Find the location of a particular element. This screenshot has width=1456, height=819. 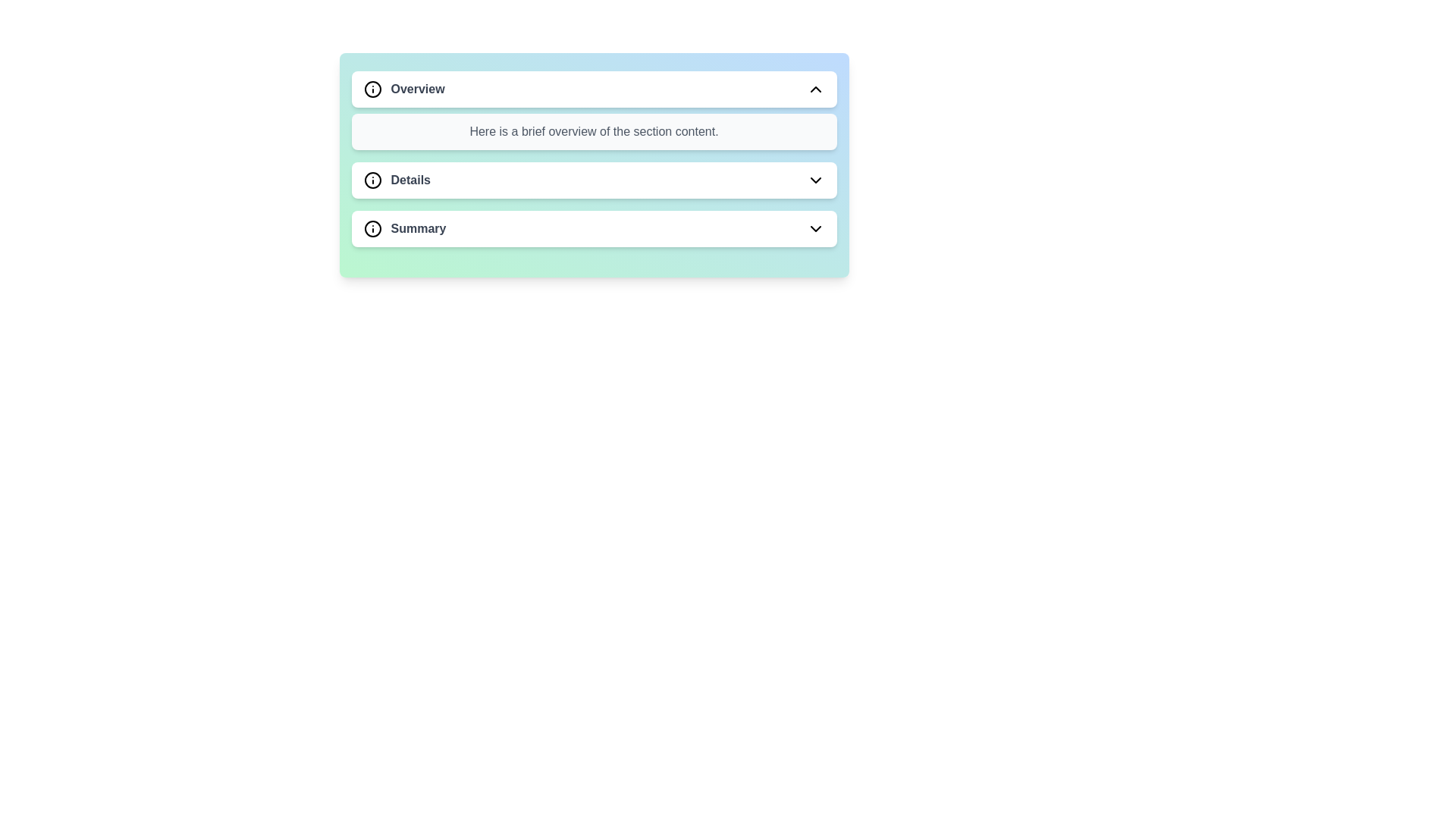

graphical properties of the SVG circle element, which has a black outline and white fill, located within the 'Summary' section's icon is located at coordinates (372, 228).